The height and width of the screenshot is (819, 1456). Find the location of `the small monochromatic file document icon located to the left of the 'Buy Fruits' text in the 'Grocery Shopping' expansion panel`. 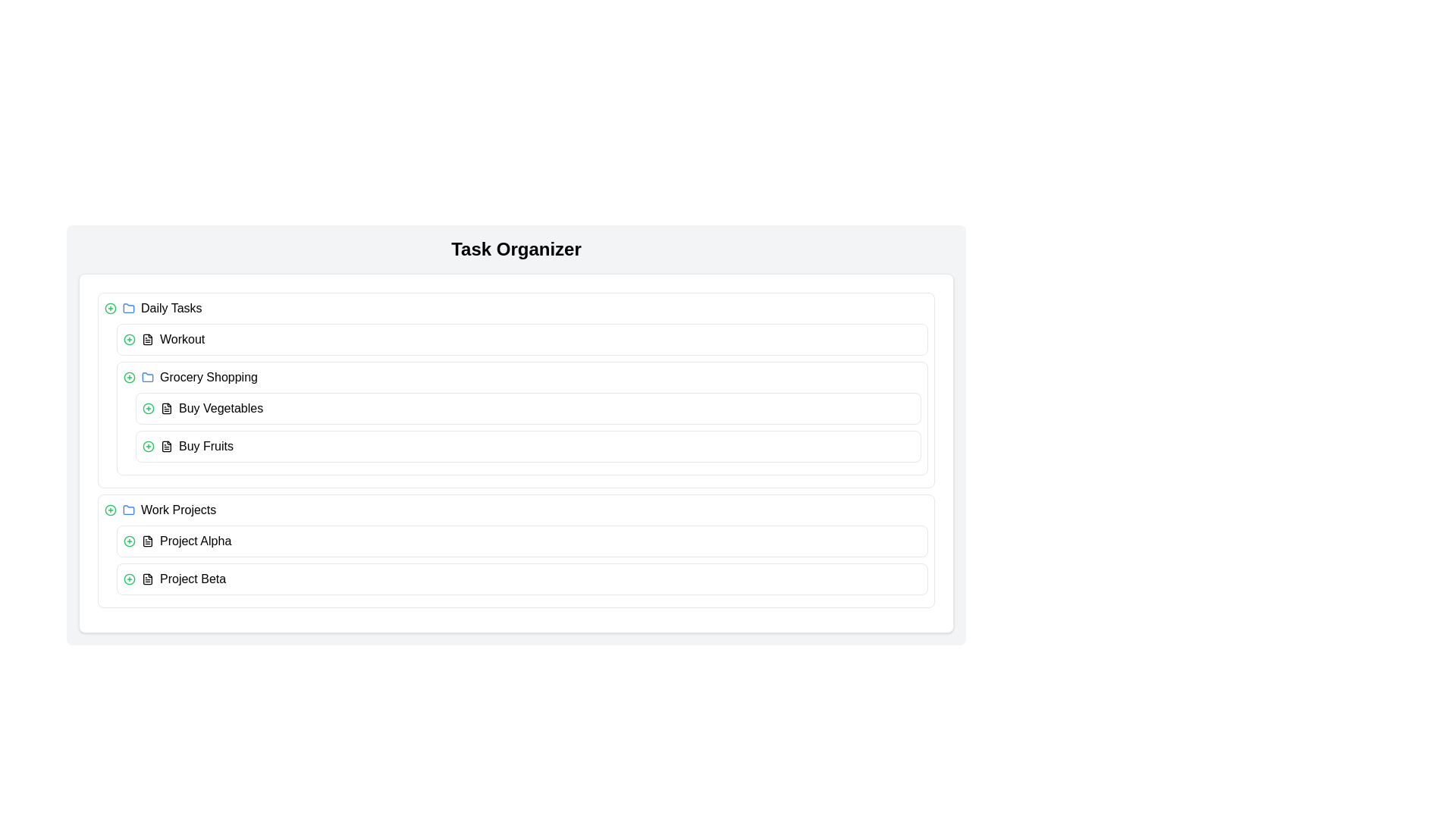

the small monochromatic file document icon located to the left of the 'Buy Fruits' text in the 'Grocery Shopping' expansion panel is located at coordinates (167, 446).